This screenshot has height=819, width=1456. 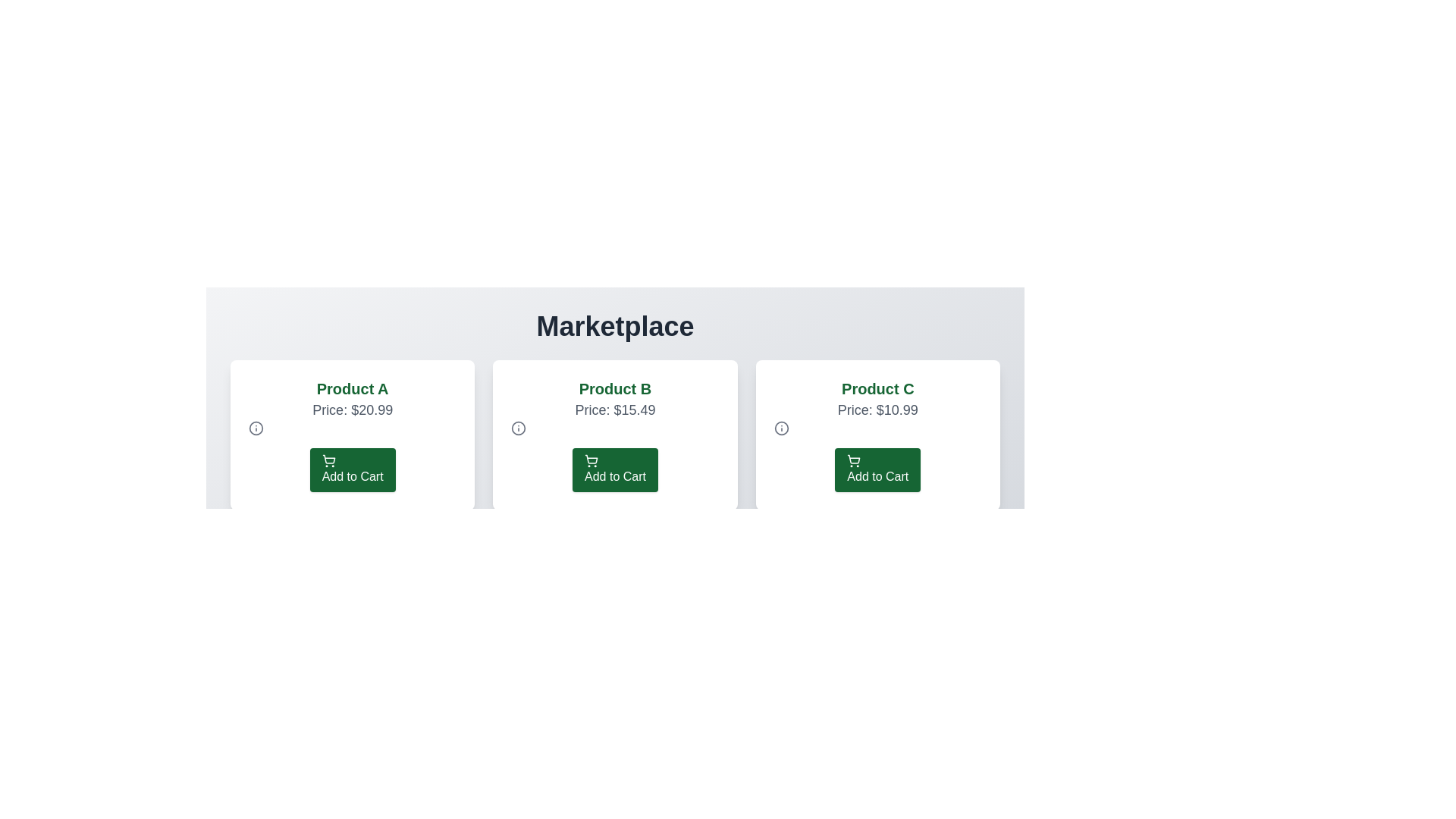 I want to click on the prominently styled green text label reading 'Product C', which is located at the top of the card on the rightmost side of the marketplace display, so click(x=877, y=388).